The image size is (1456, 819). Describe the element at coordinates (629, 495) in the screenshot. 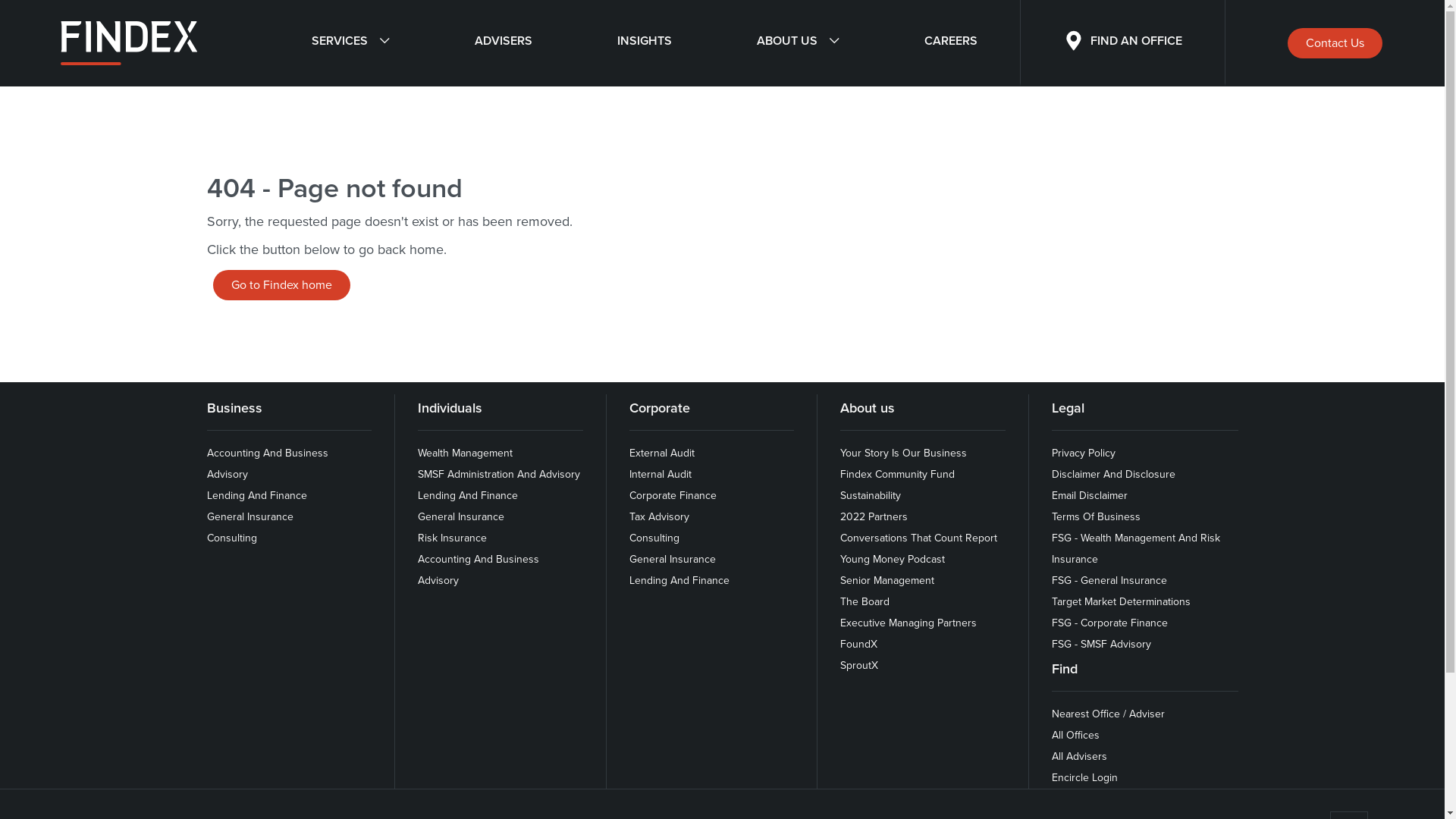

I see `'Corporate Finance'` at that location.